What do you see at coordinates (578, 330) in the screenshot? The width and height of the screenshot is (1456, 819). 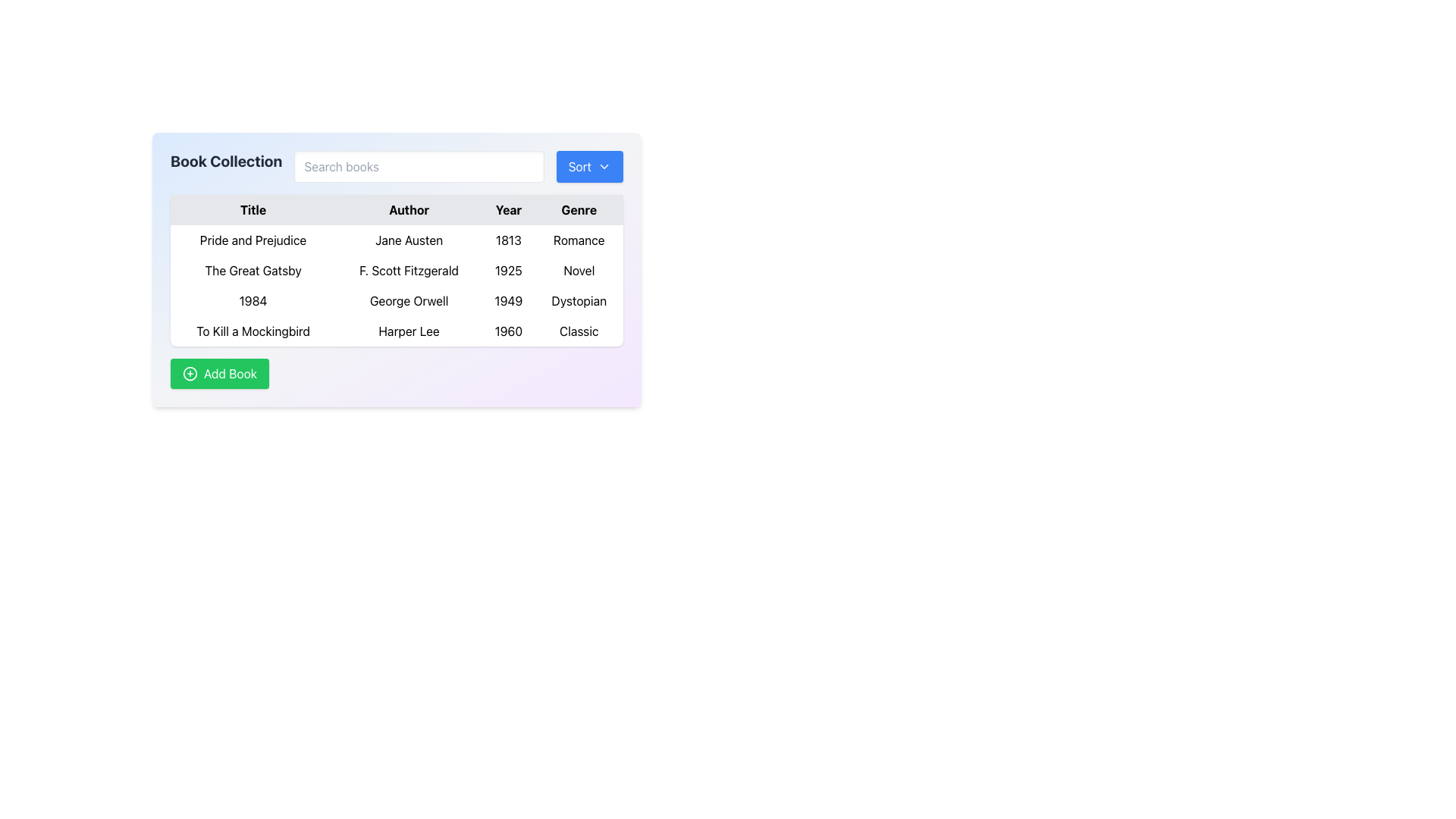 I see `text label containing the word 'Classic' located in the 'Genre' column of the table for the book 'To Kill a Mockingbird'` at bounding box center [578, 330].